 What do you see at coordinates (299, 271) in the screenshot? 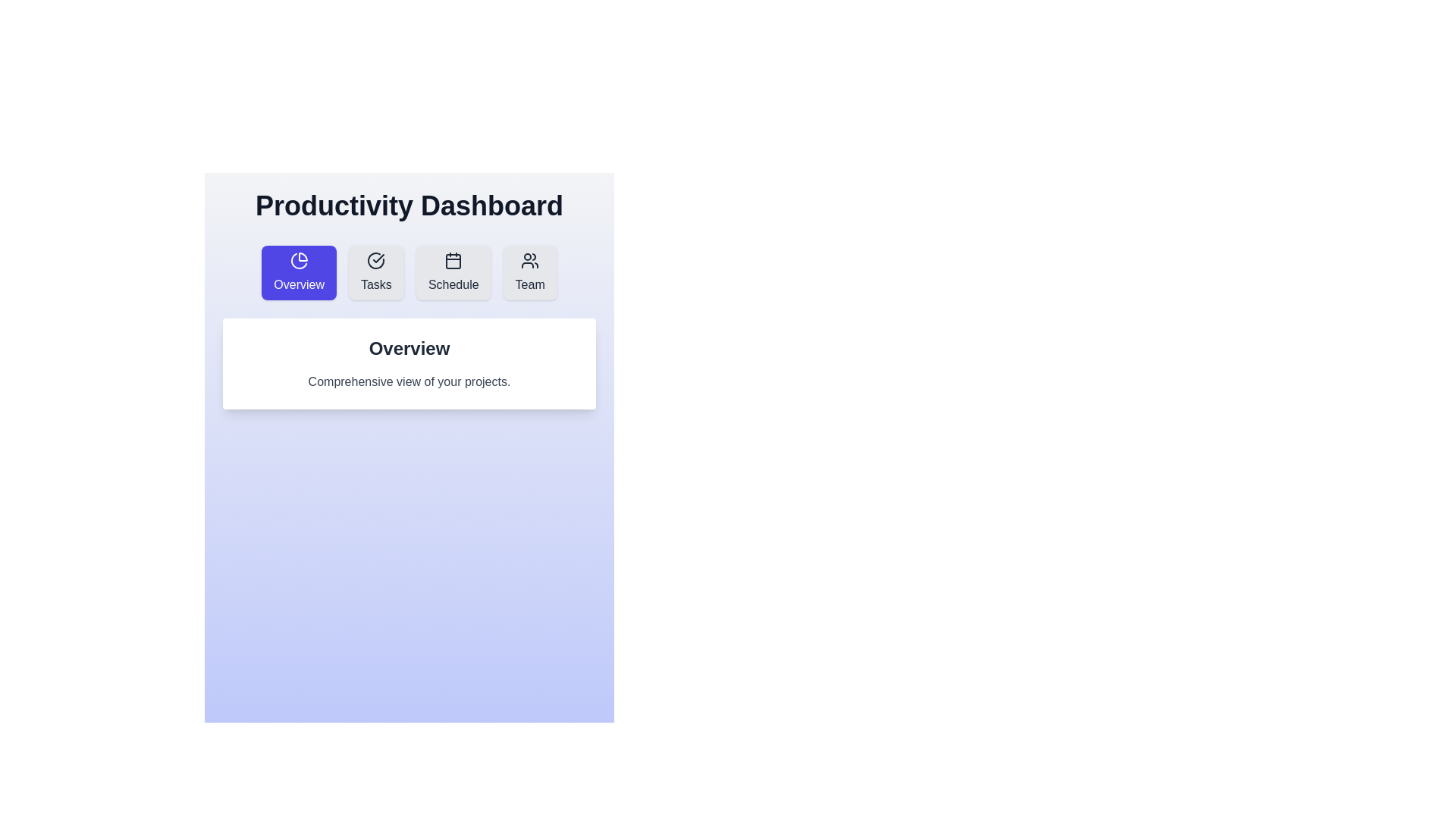
I see `the navigation button labeled 'Overview' to observe the visual effect` at bounding box center [299, 271].